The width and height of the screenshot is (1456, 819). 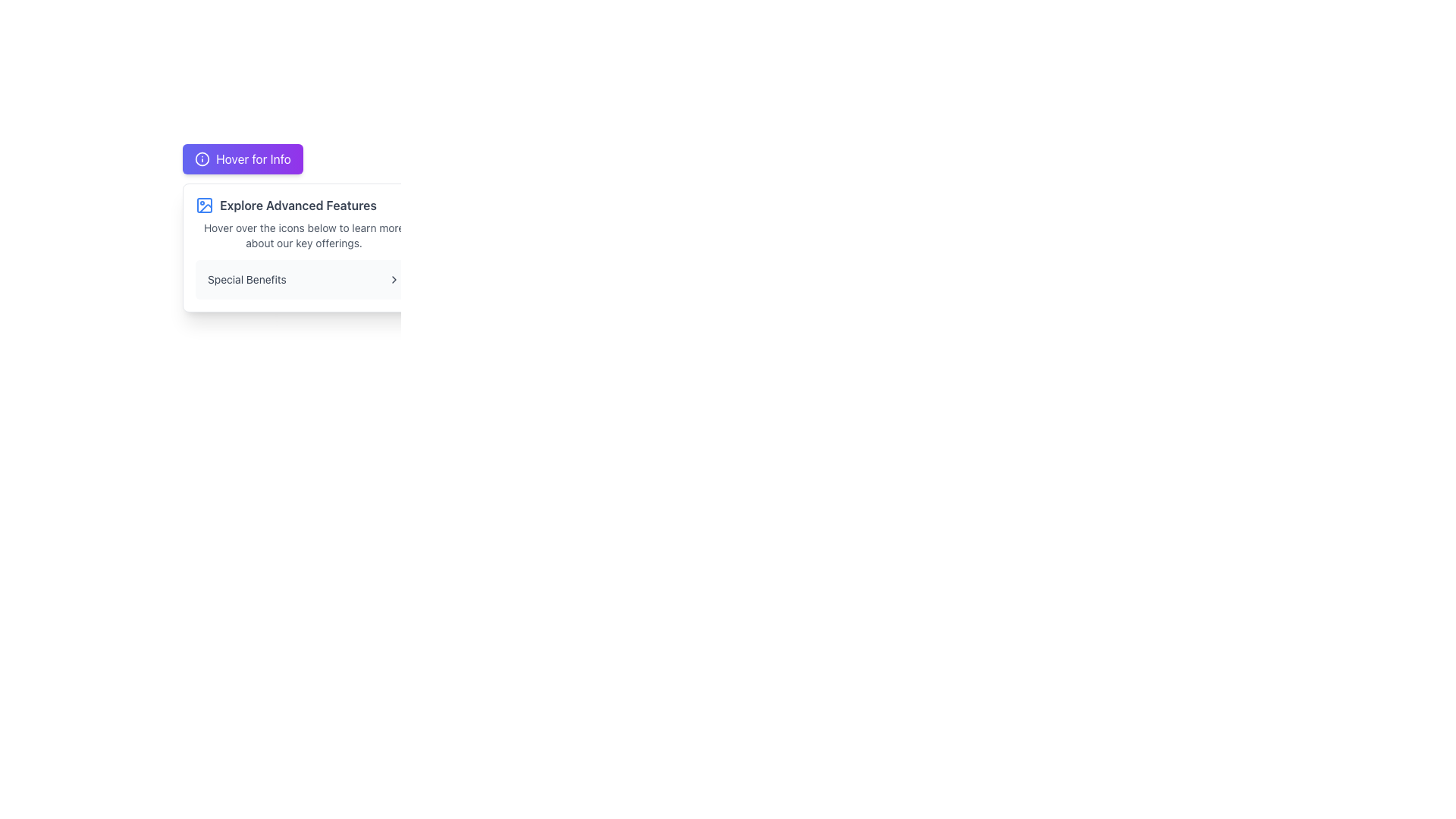 I want to click on information from the tooltip that appears when hovering over the 'Hover for Info' button, so click(x=303, y=247).